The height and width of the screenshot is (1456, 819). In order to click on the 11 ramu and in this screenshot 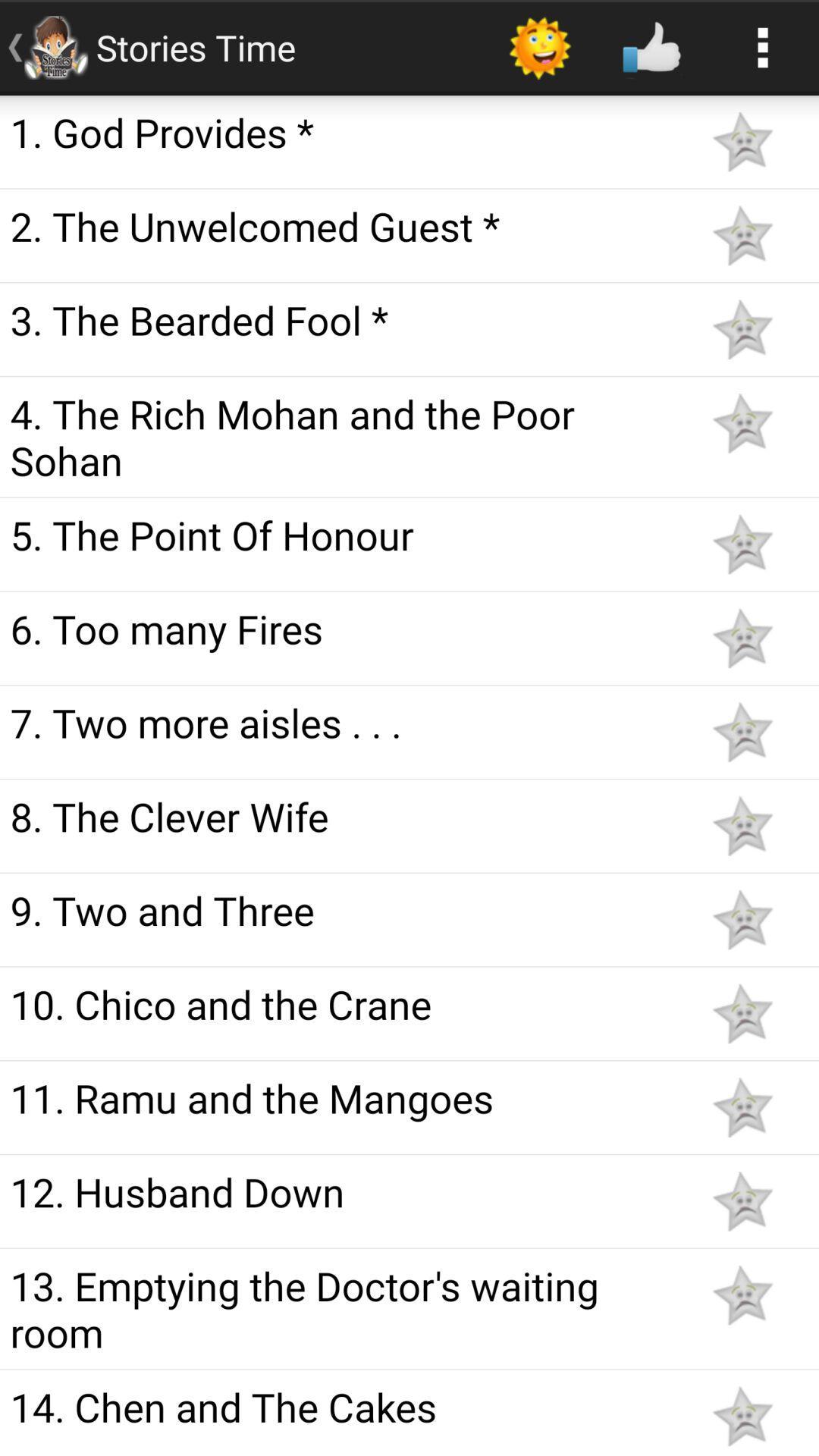, I will do `click(343, 1097)`.